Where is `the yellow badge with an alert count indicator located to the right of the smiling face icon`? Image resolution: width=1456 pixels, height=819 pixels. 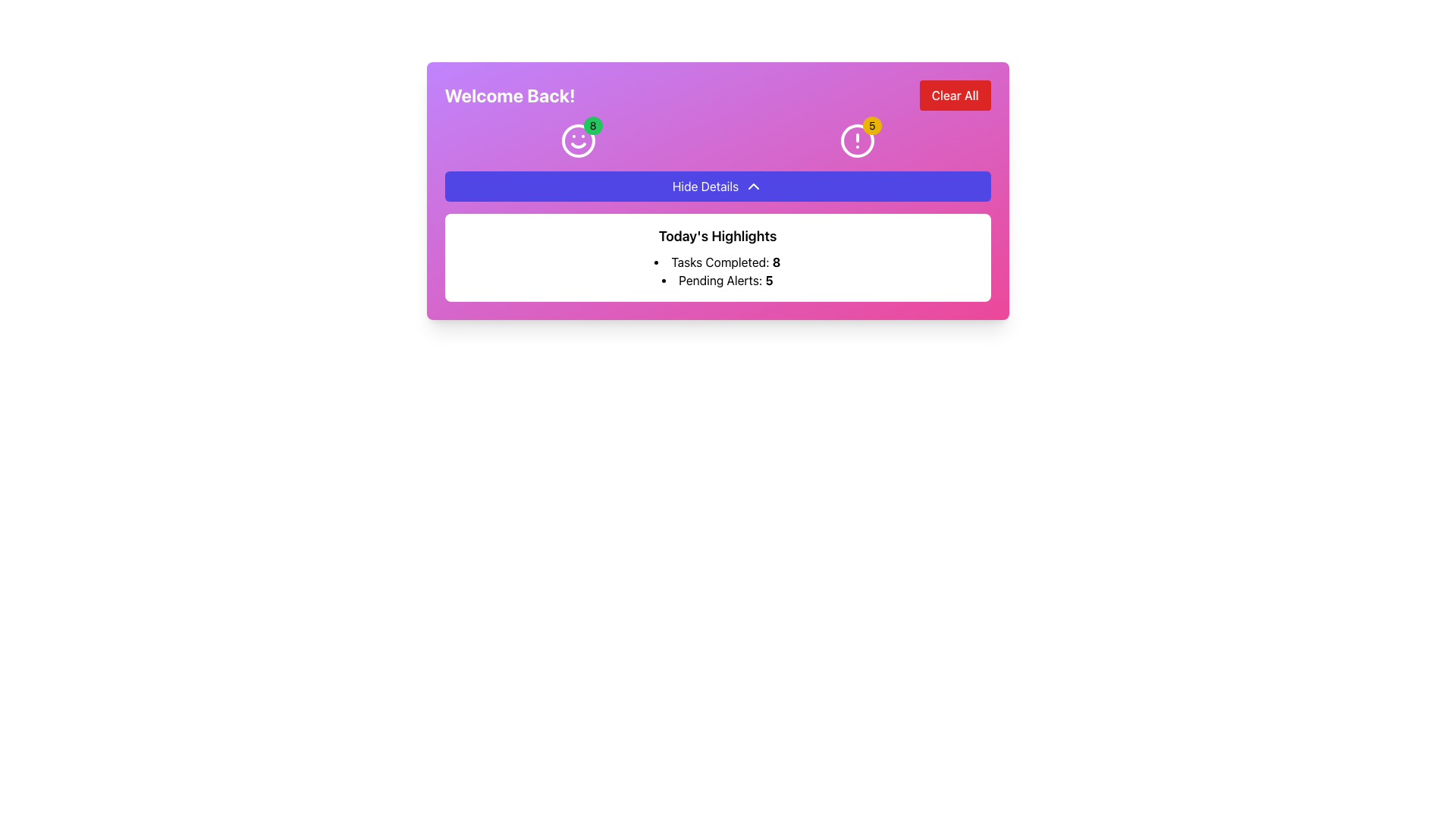 the yellow badge with an alert count indicator located to the right of the smiling face icon is located at coordinates (857, 140).